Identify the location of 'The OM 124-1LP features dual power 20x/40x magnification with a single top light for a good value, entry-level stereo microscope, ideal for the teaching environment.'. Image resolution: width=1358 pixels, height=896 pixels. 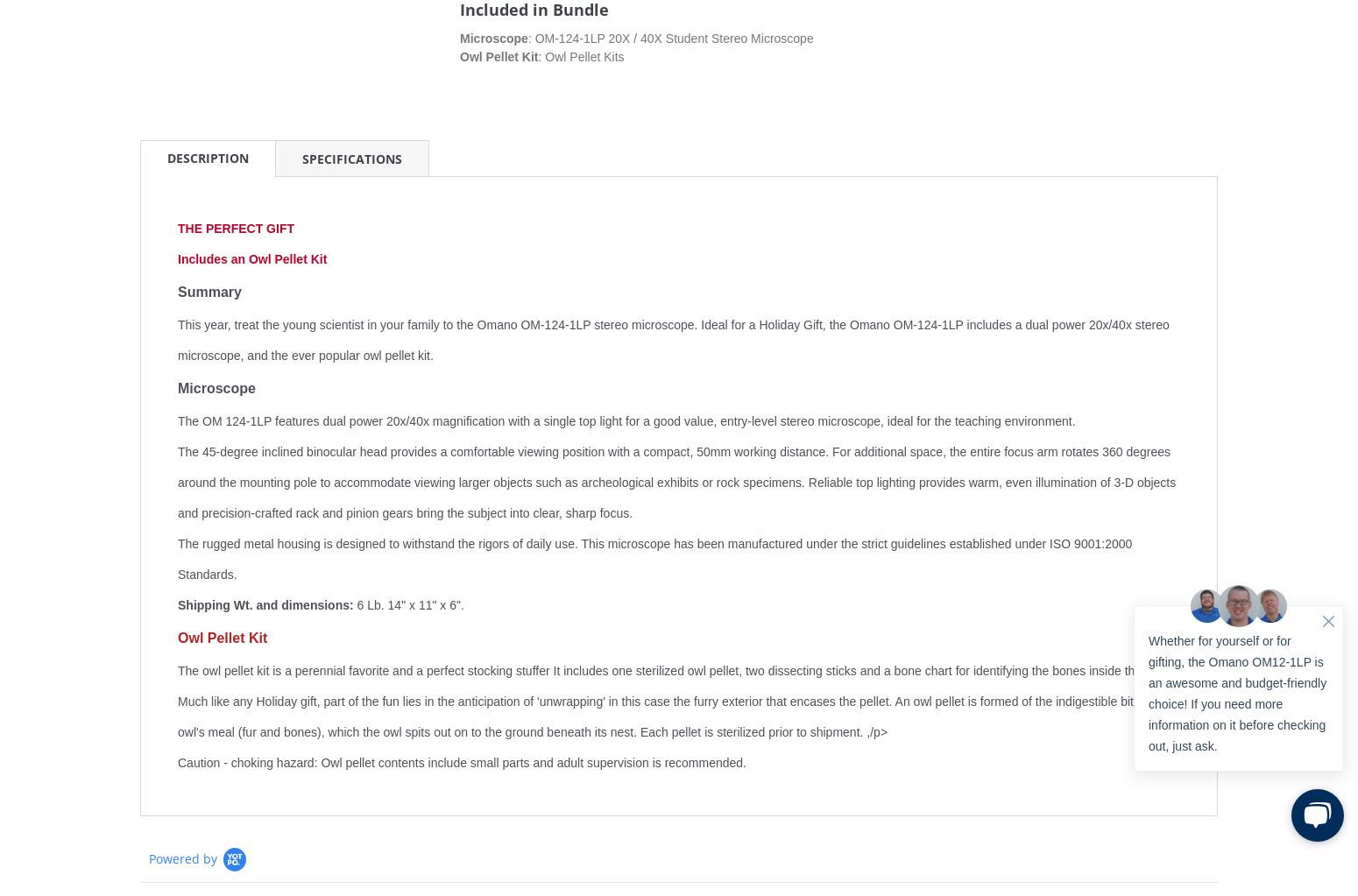
(626, 421).